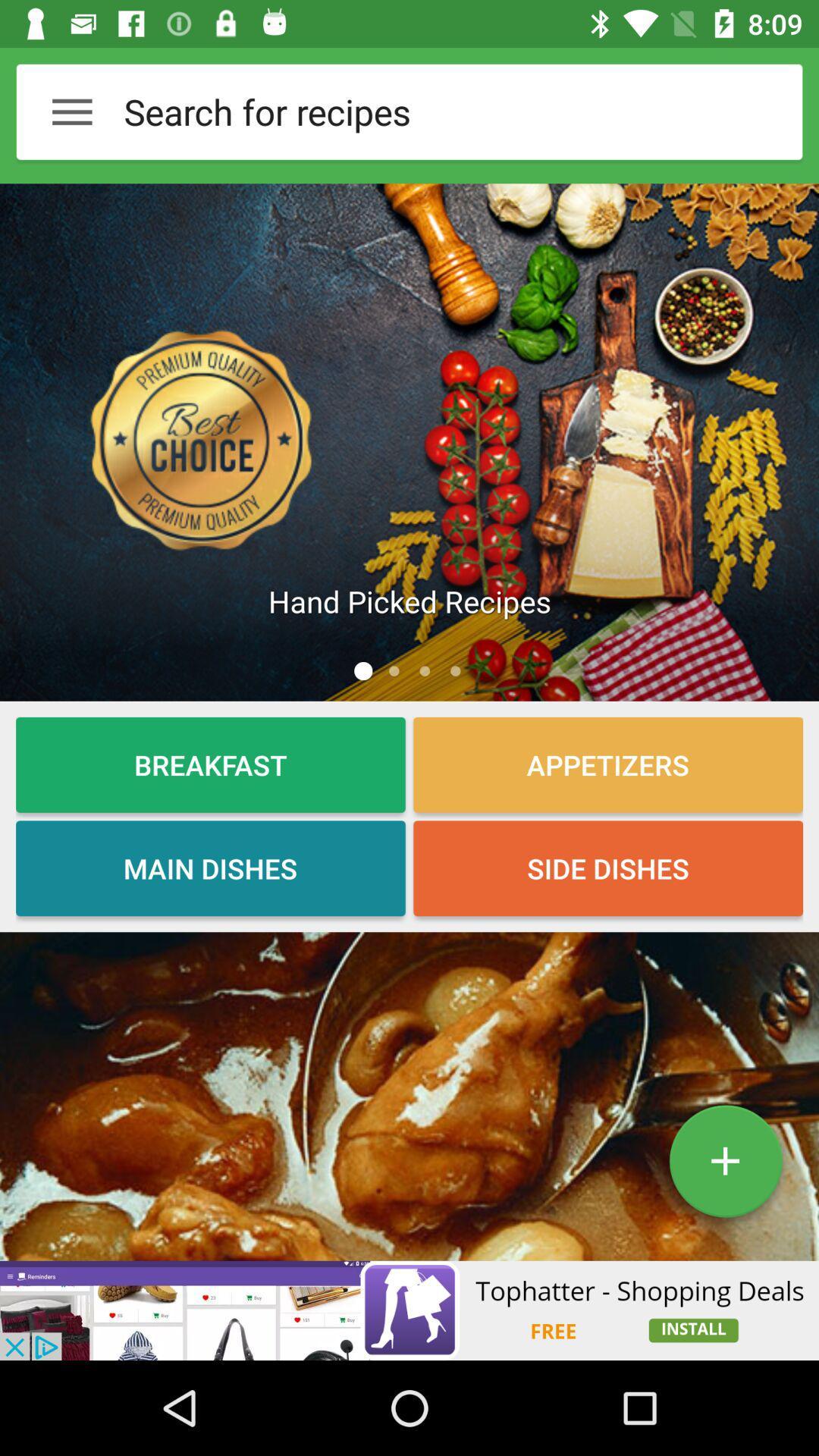 This screenshot has width=819, height=1456. Describe the element at coordinates (724, 1166) in the screenshot. I see `the add icon` at that location.